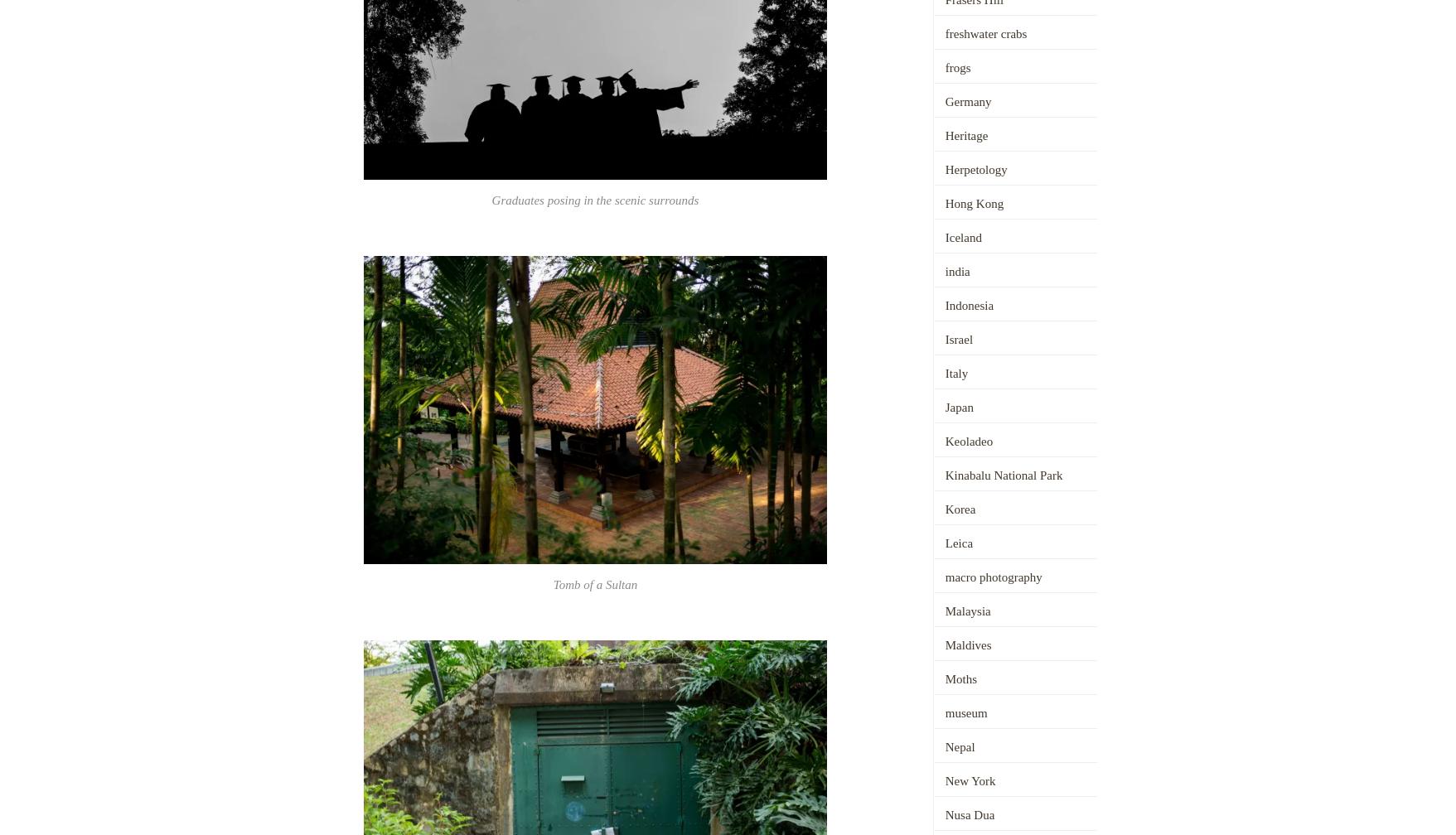 The height and width of the screenshot is (835, 1456). Describe the element at coordinates (967, 101) in the screenshot. I see `'Germany'` at that location.